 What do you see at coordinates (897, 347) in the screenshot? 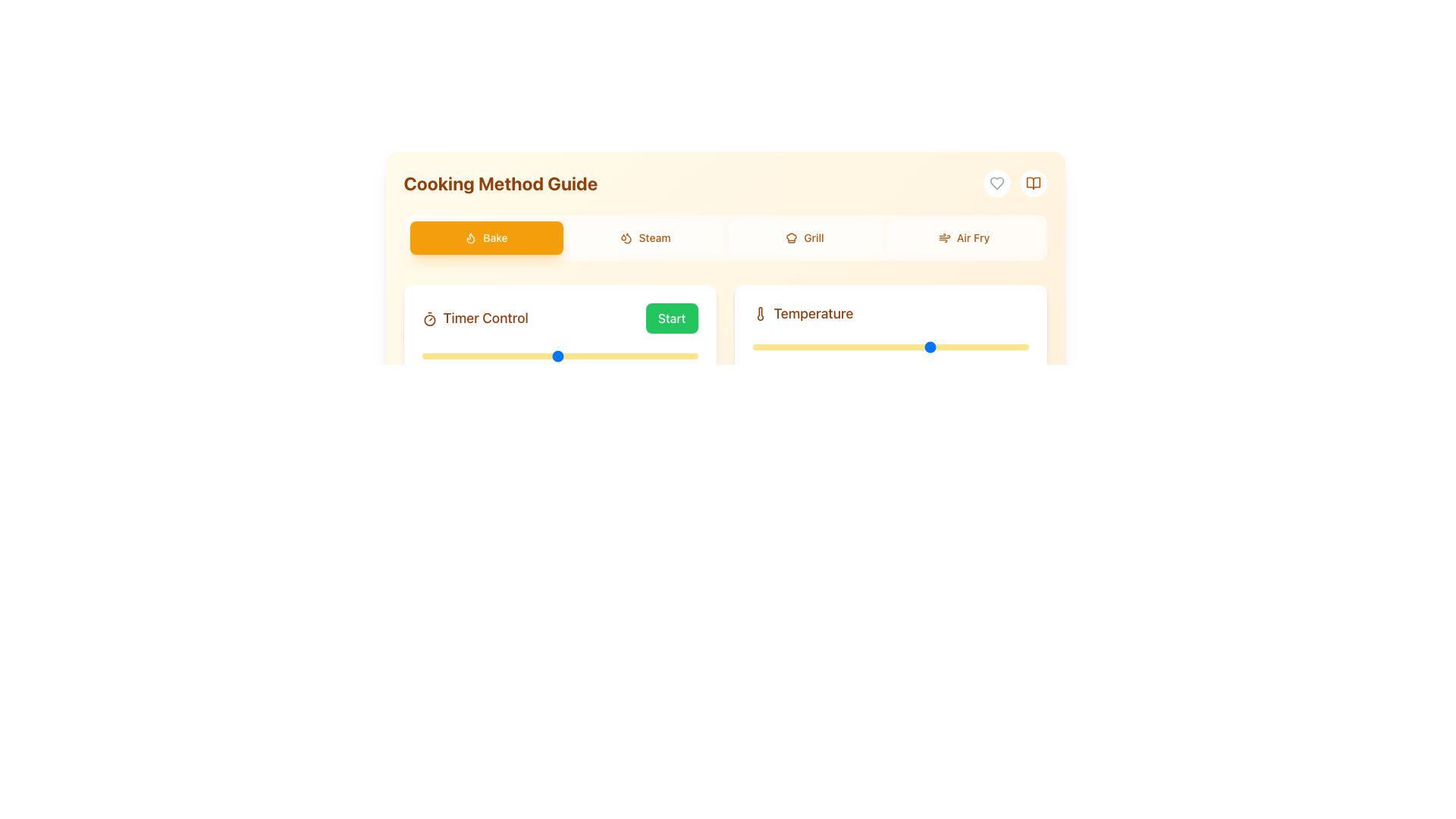
I see `the slider` at bounding box center [897, 347].